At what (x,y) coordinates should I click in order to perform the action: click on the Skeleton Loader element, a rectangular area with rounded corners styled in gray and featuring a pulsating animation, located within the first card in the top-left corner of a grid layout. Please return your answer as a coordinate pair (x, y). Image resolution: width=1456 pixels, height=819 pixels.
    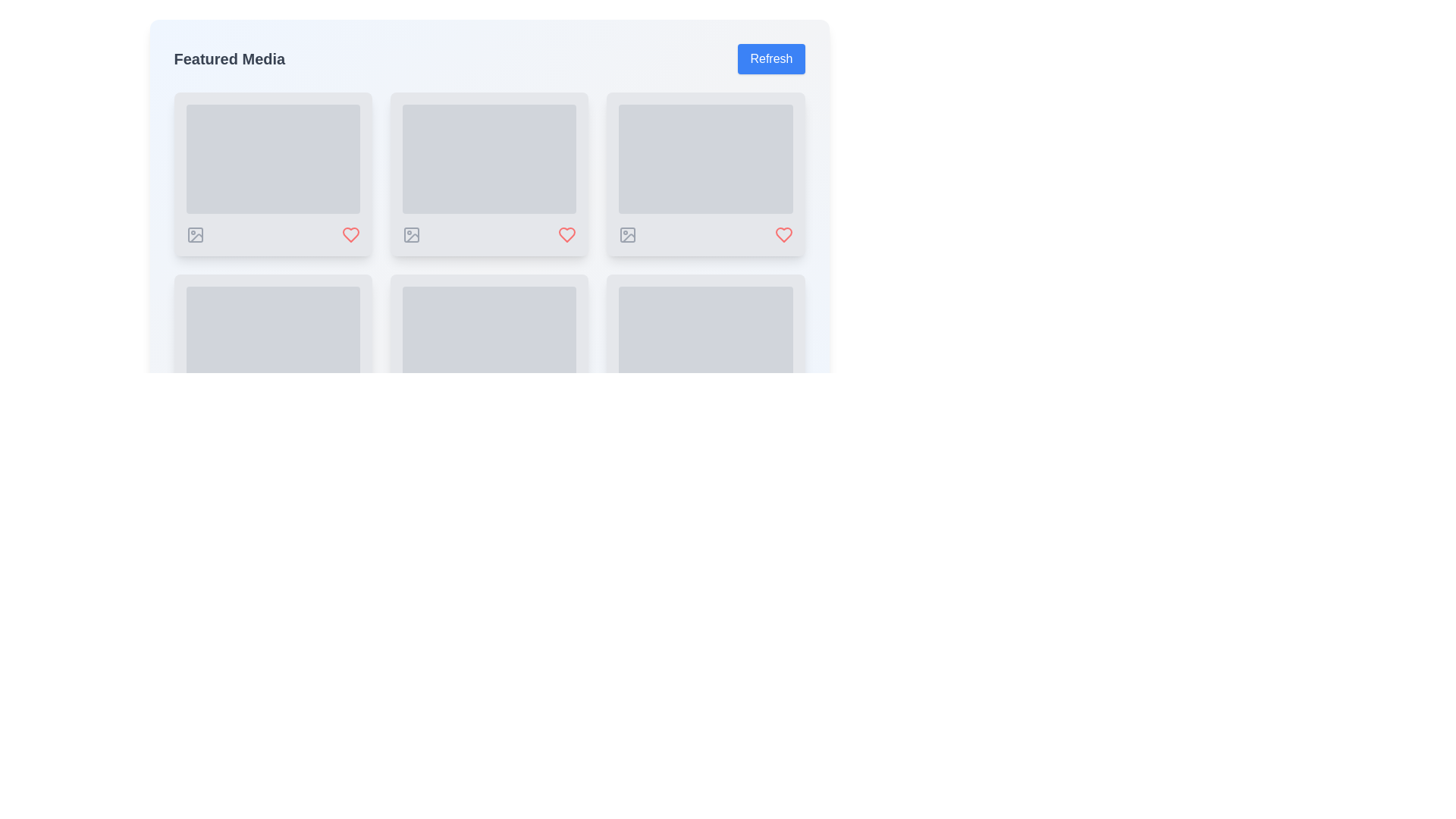
    Looking at the image, I should click on (273, 158).